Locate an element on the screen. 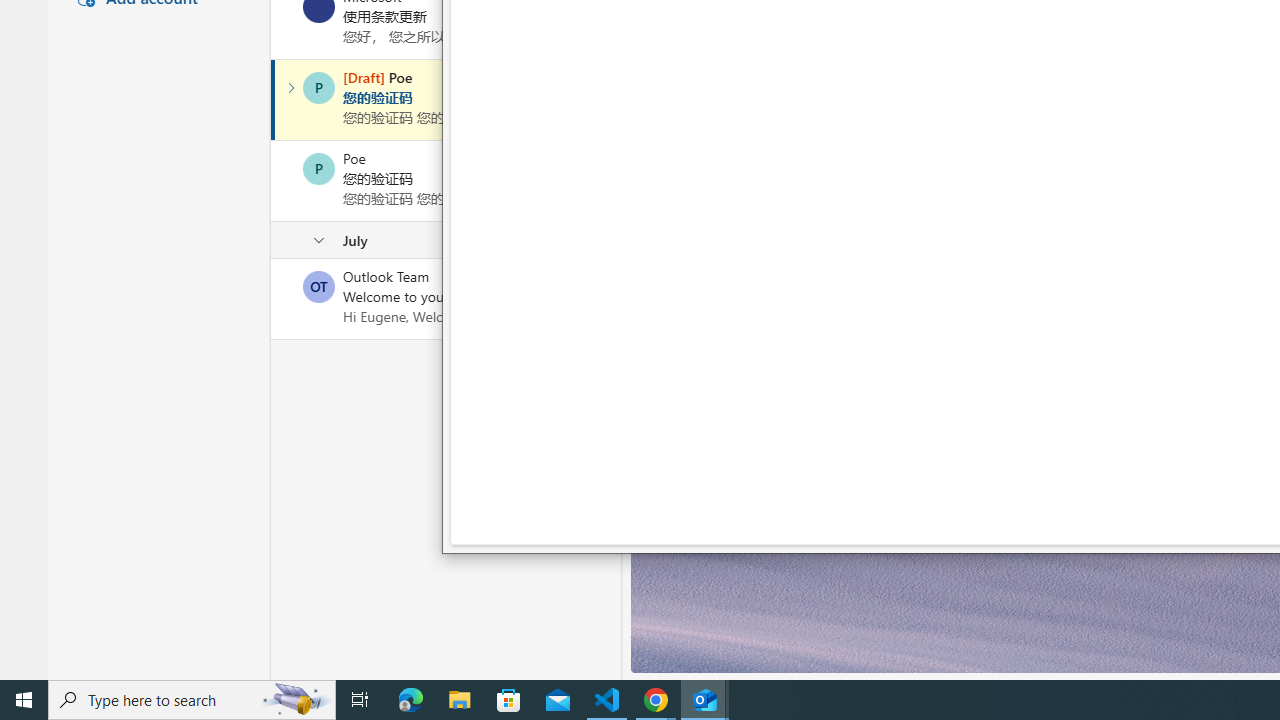 This screenshot has height=720, width=1280. 'File Explorer' is located at coordinates (459, 698).